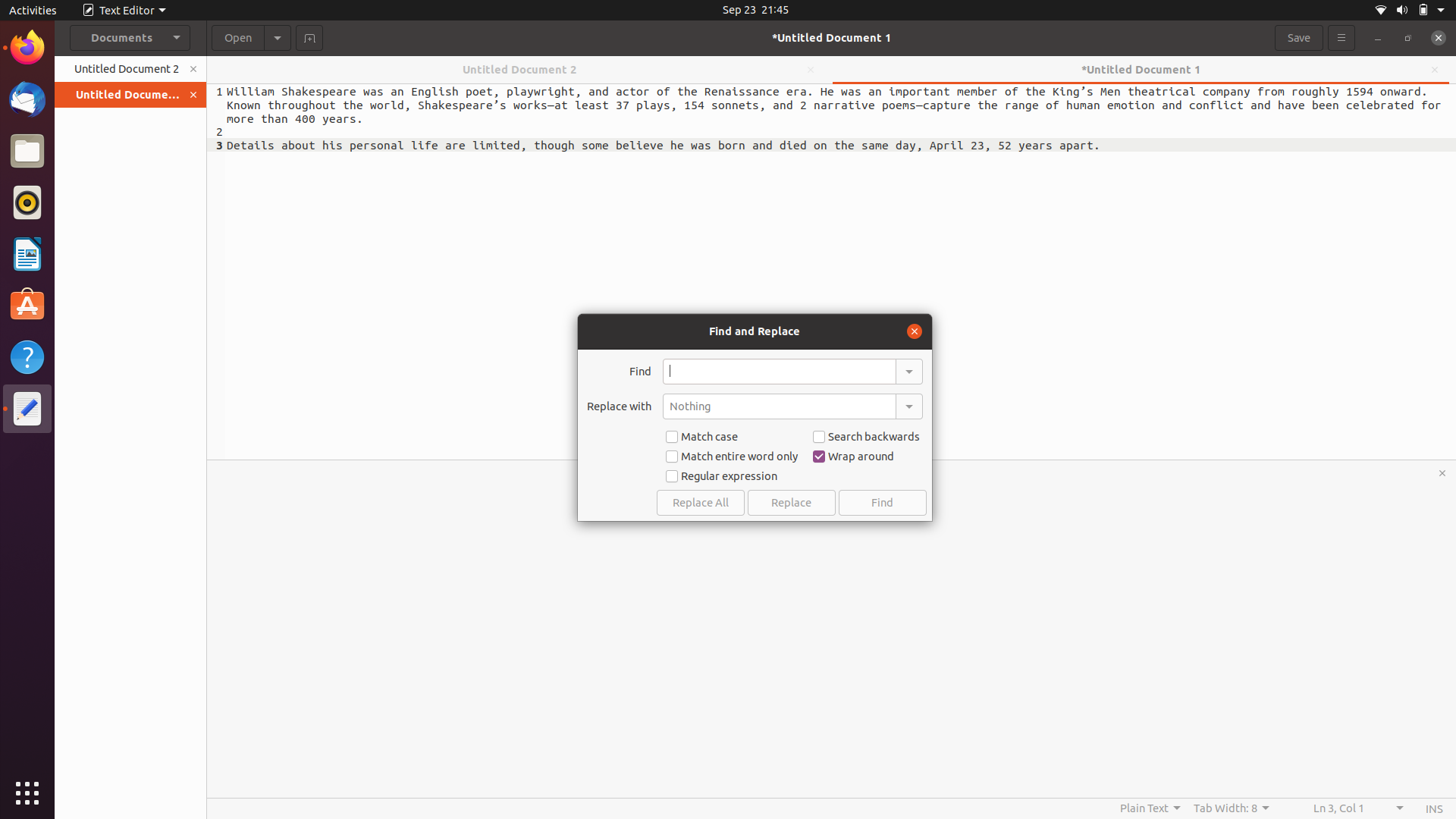 This screenshot has height=819, width=1456. What do you see at coordinates (779, 371) in the screenshot?
I see `In the given document, replace each occurrence of "apple" with "orange` at bounding box center [779, 371].